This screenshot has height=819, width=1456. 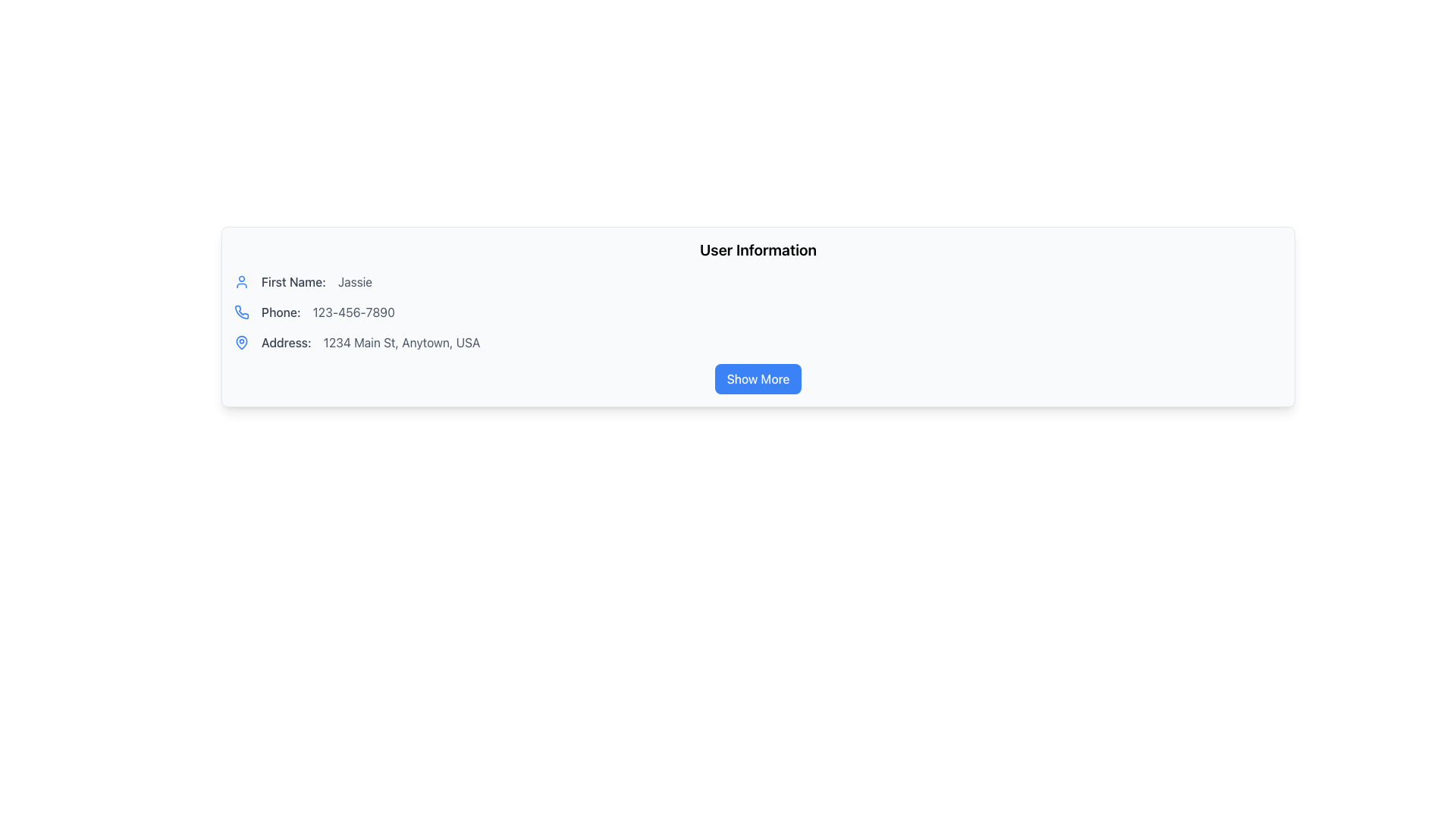 What do you see at coordinates (353, 312) in the screenshot?
I see `text displayed in the Text Display element that shows the phone number '123-456-7890', which is styled in gray and is located to the right of the label 'Phone:' within the 'User Information' section` at bounding box center [353, 312].